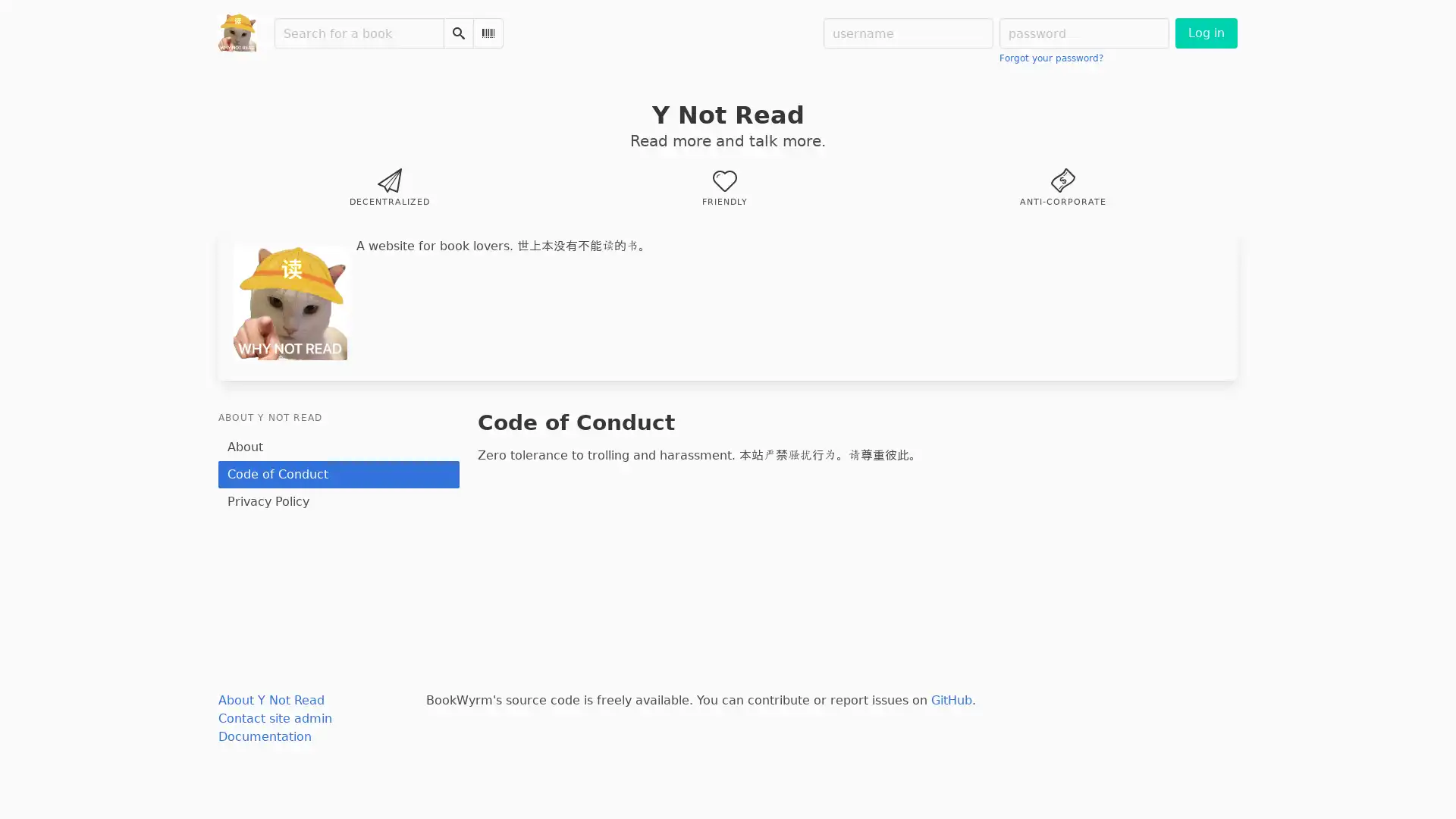  Describe the element at coordinates (488, 33) in the screenshot. I see `Scan Barcode` at that location.